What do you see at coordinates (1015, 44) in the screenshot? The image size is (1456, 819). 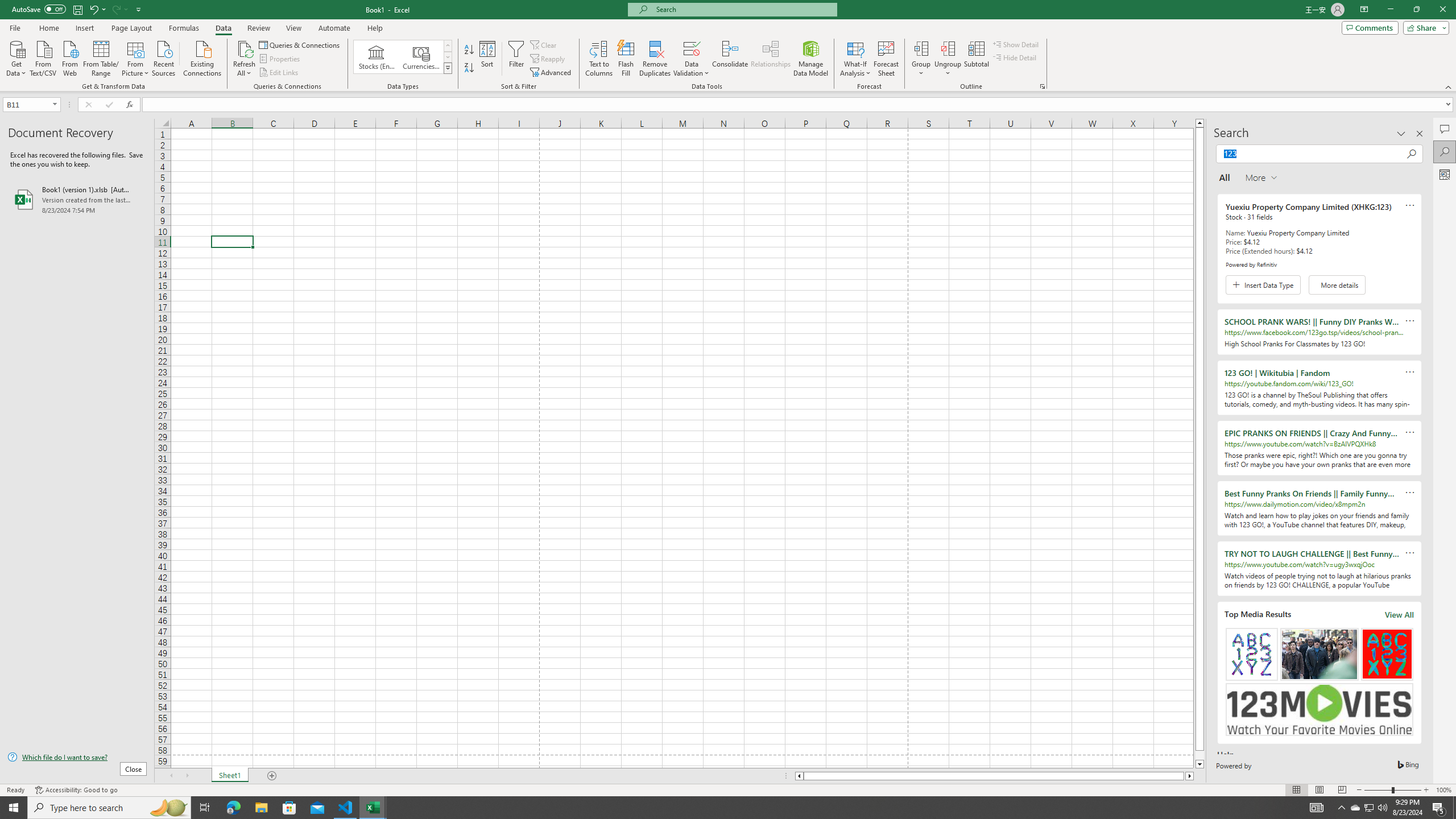 I see `'Show Detail'` at bounding box center [1015, 44].